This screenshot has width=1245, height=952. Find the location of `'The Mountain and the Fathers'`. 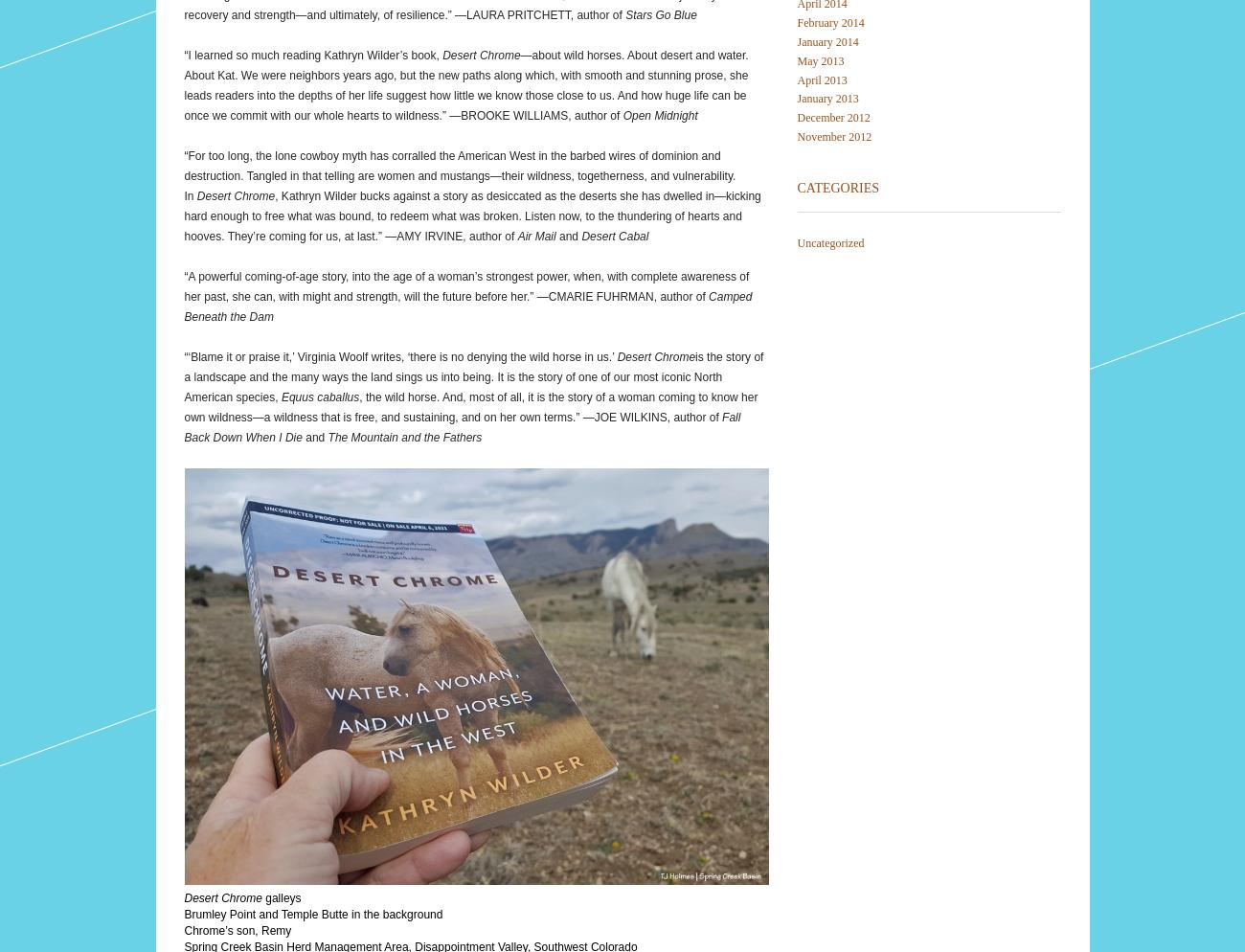

'The Mountain and the Fathers' is located at coordinates (404, 437).